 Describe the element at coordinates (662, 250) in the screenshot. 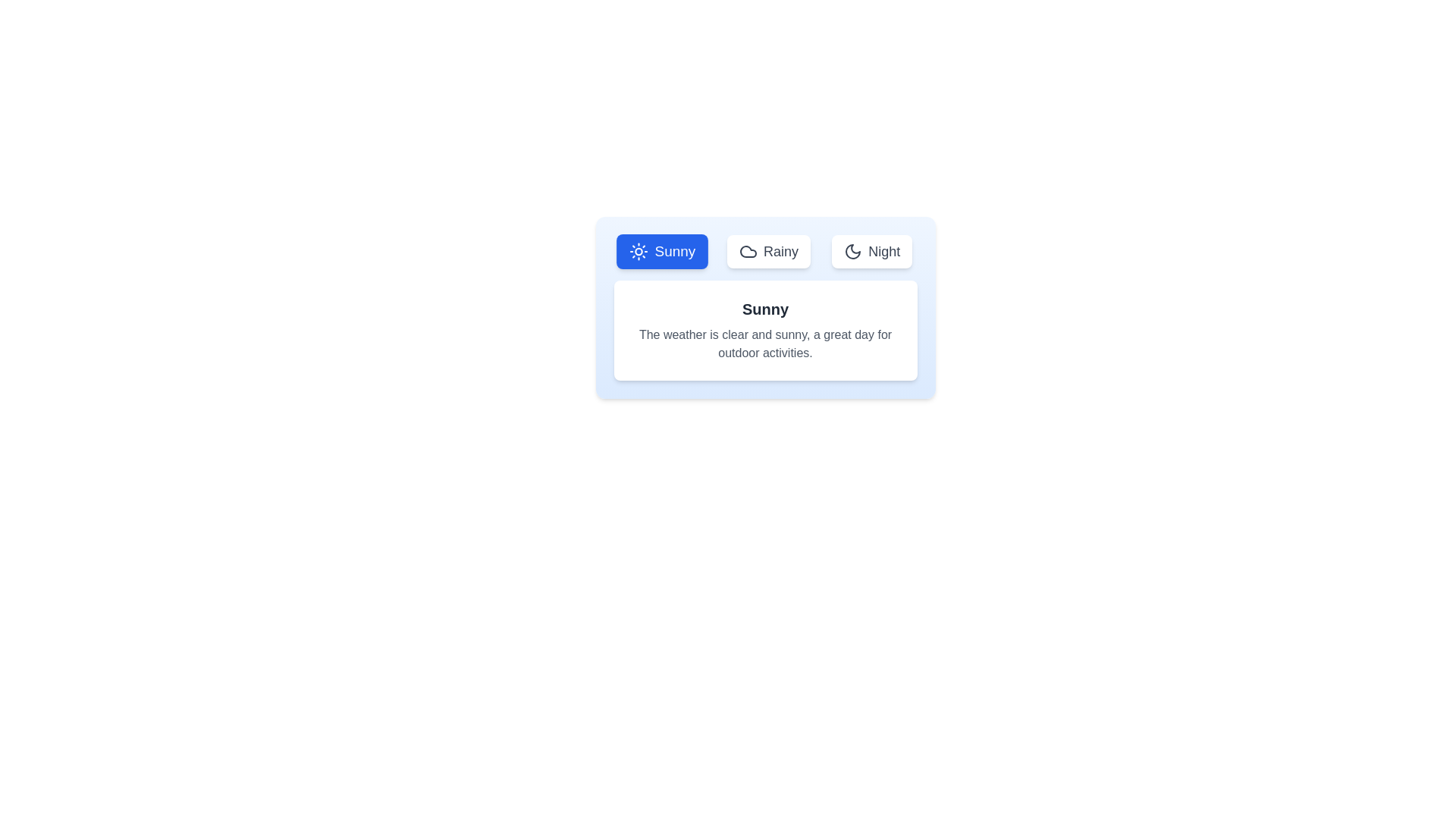

I see `the Sunny tab by clicking on its corresponding button` at that location.